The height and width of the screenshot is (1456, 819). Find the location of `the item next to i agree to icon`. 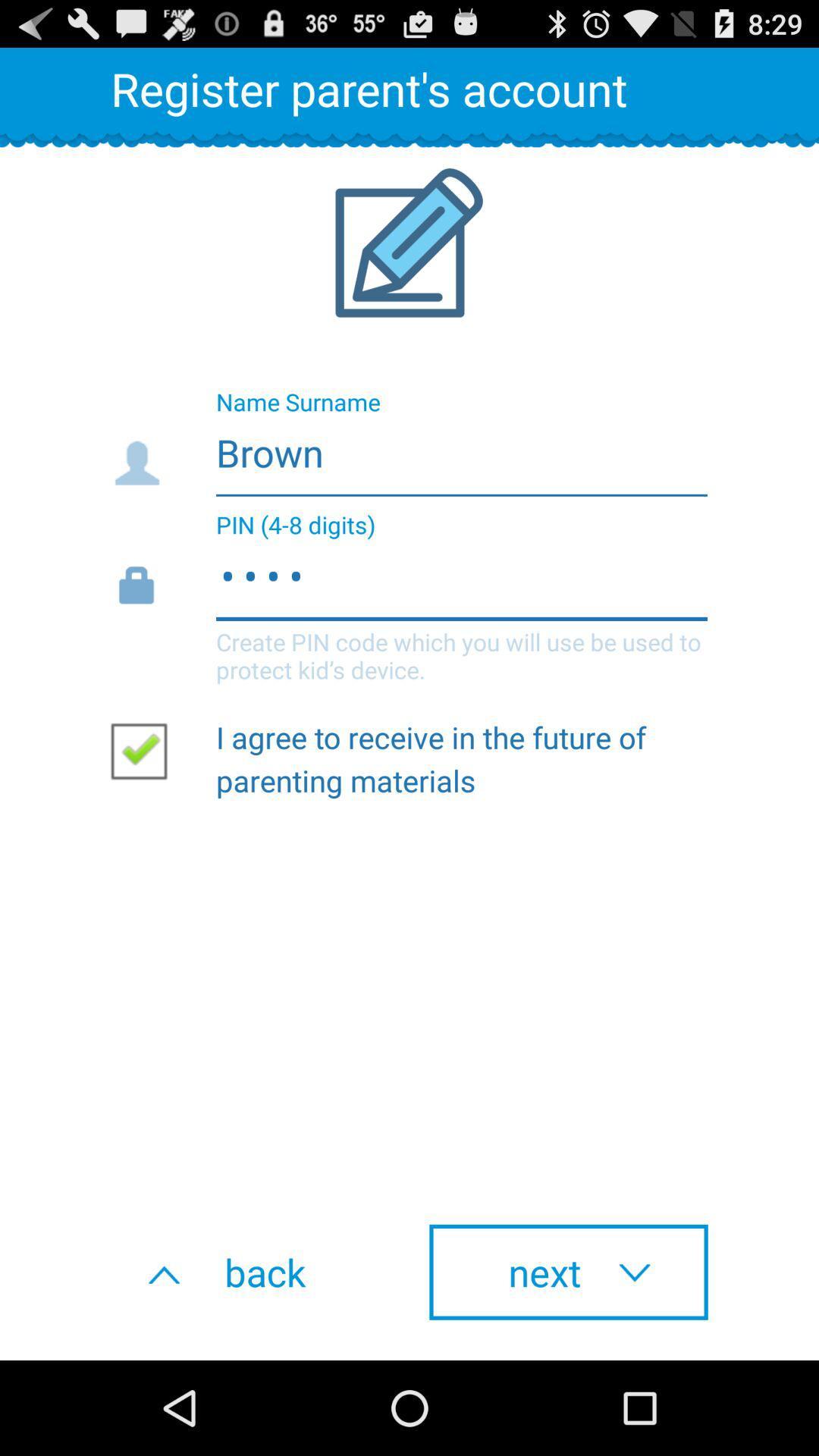

the item next to i agree to icon is located at coordinates (145, 750).